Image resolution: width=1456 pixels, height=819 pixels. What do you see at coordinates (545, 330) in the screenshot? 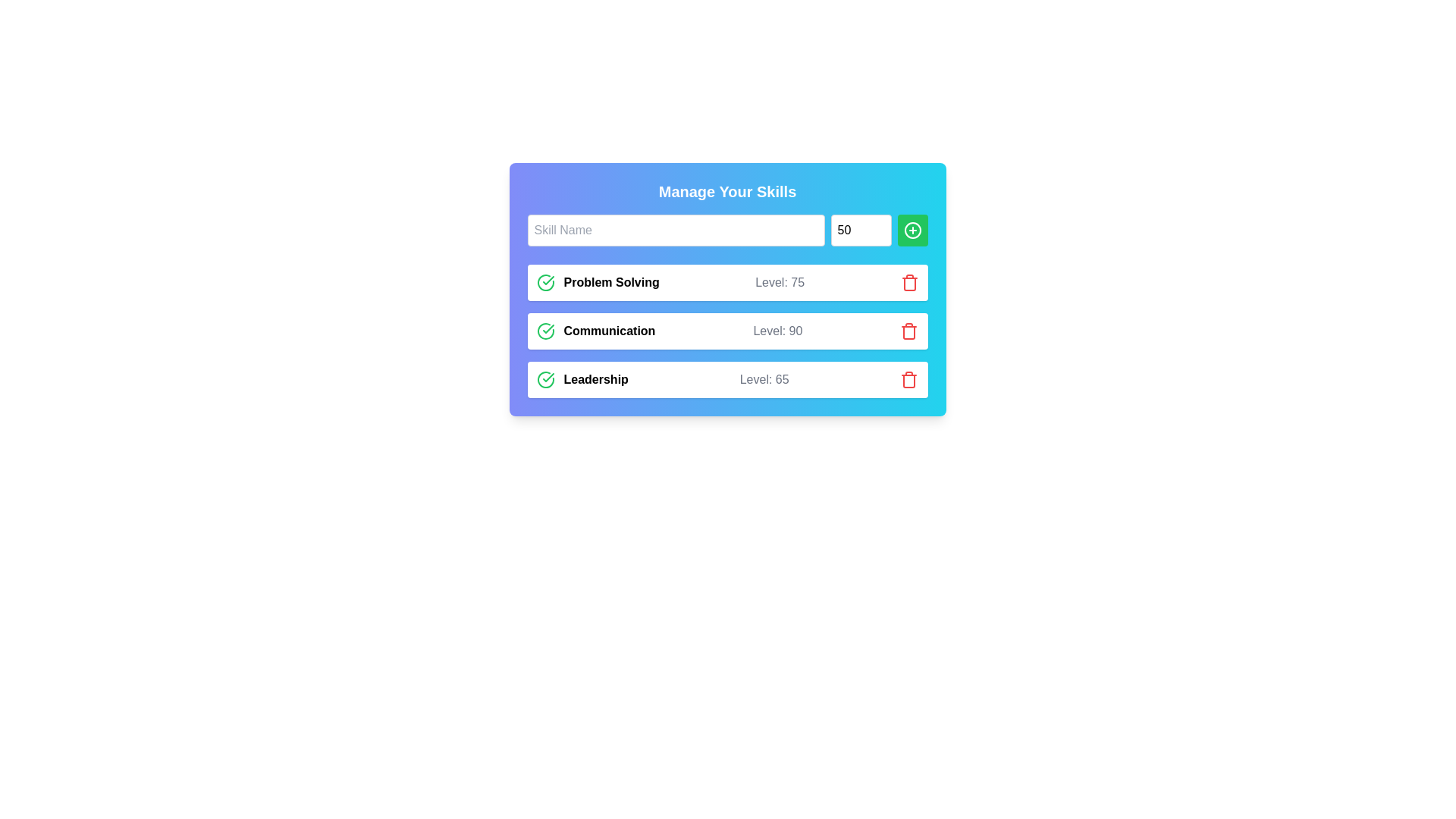
I see `the status represented by the completion icon located to the left of the 'Communication' text in the 'Manage Your Skills' panel` at bounding box center [545, 330].